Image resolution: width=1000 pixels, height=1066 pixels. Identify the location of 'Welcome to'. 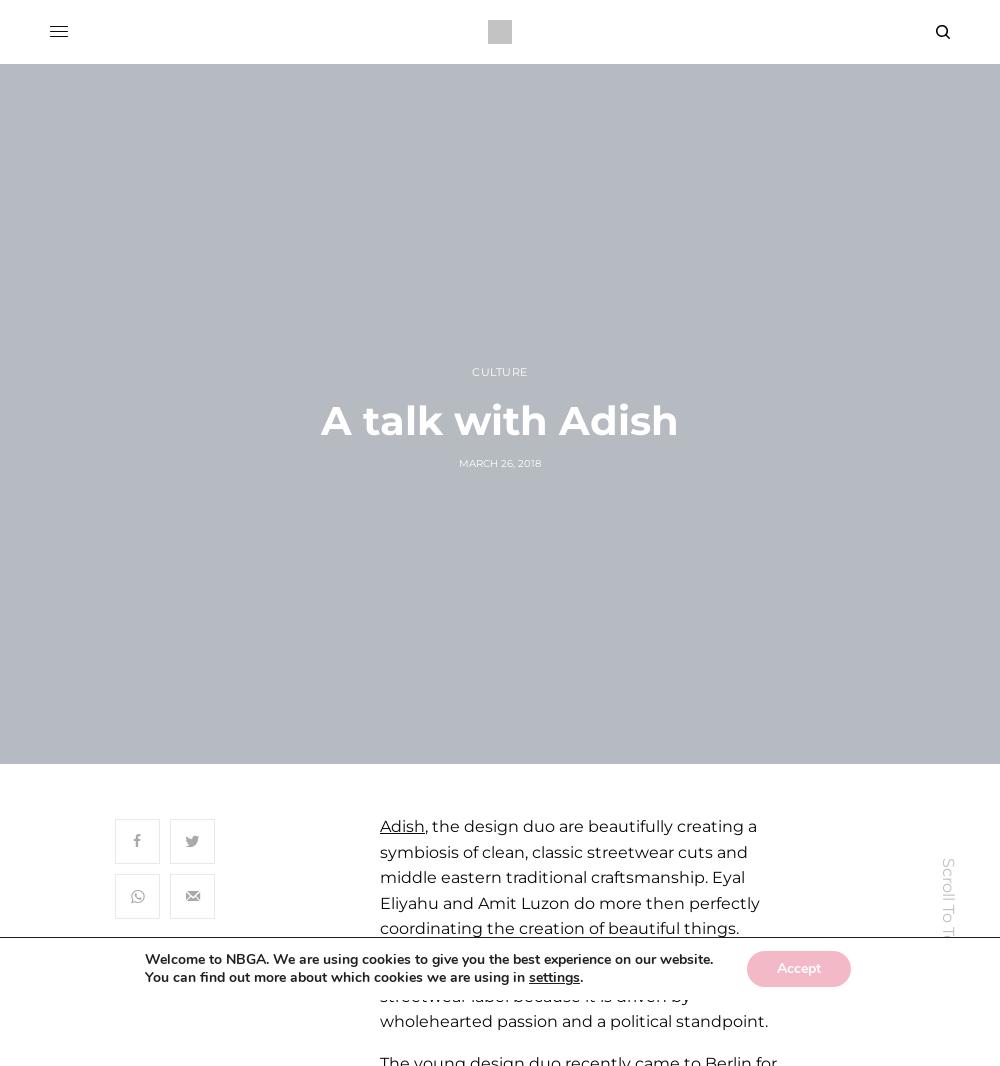
(184, 959).